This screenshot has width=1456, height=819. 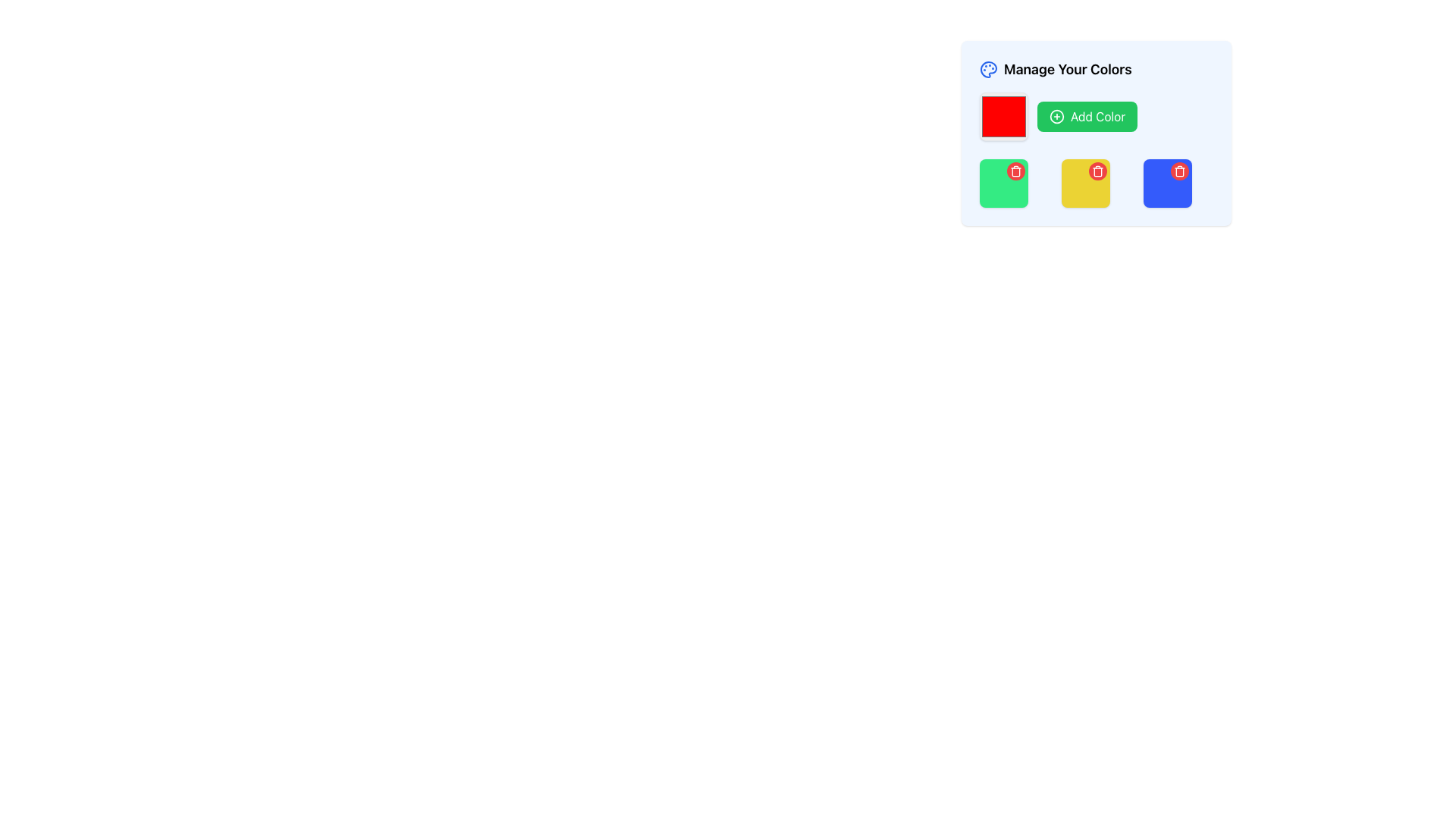 What do you see at coordinates (1098, 171) in the screenshot?
I see `the delete button located at the top-right corner of the square card` at bounding box center [1098, 171].